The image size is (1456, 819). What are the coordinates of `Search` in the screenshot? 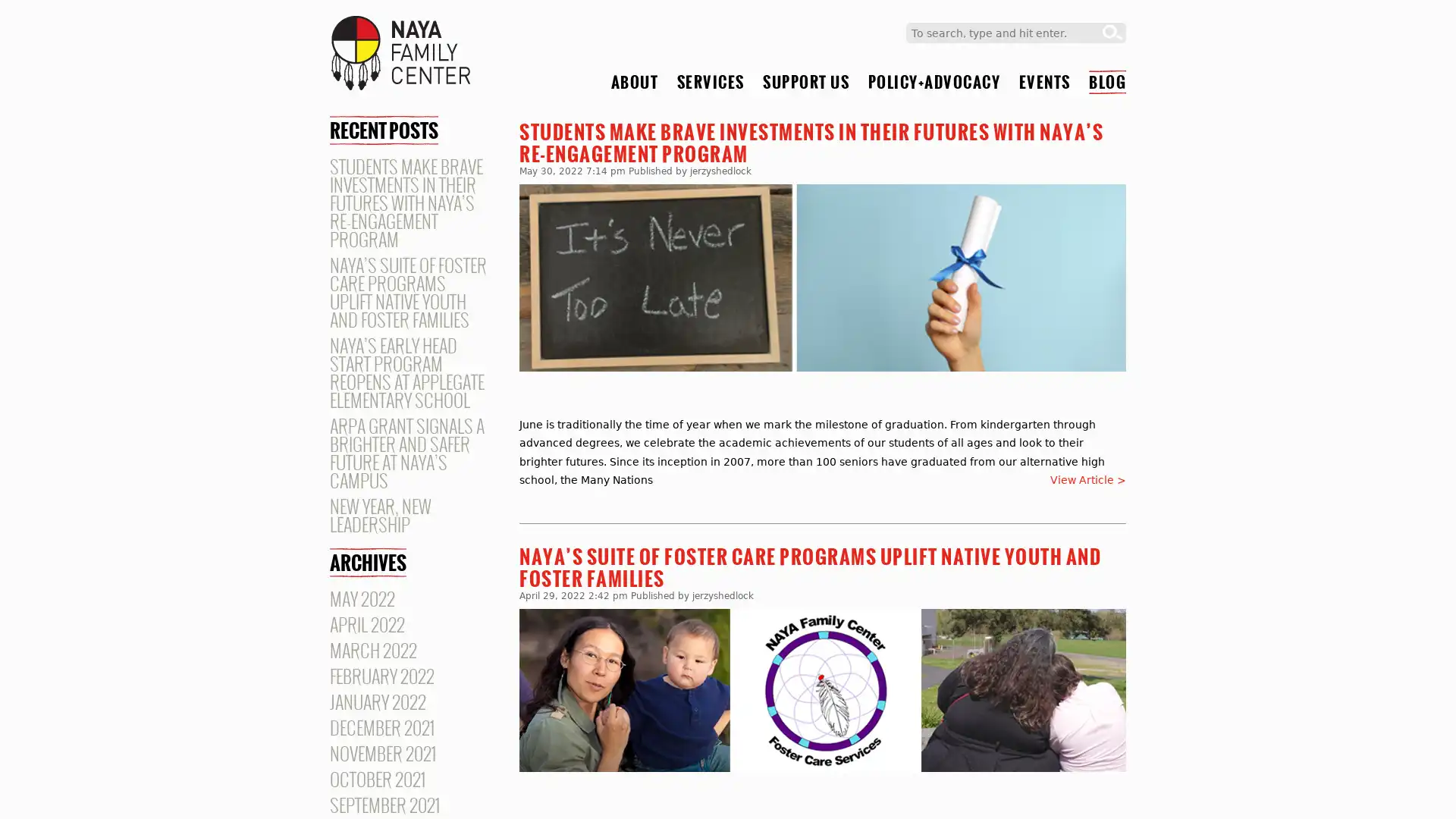 It's located at (1112, 33).